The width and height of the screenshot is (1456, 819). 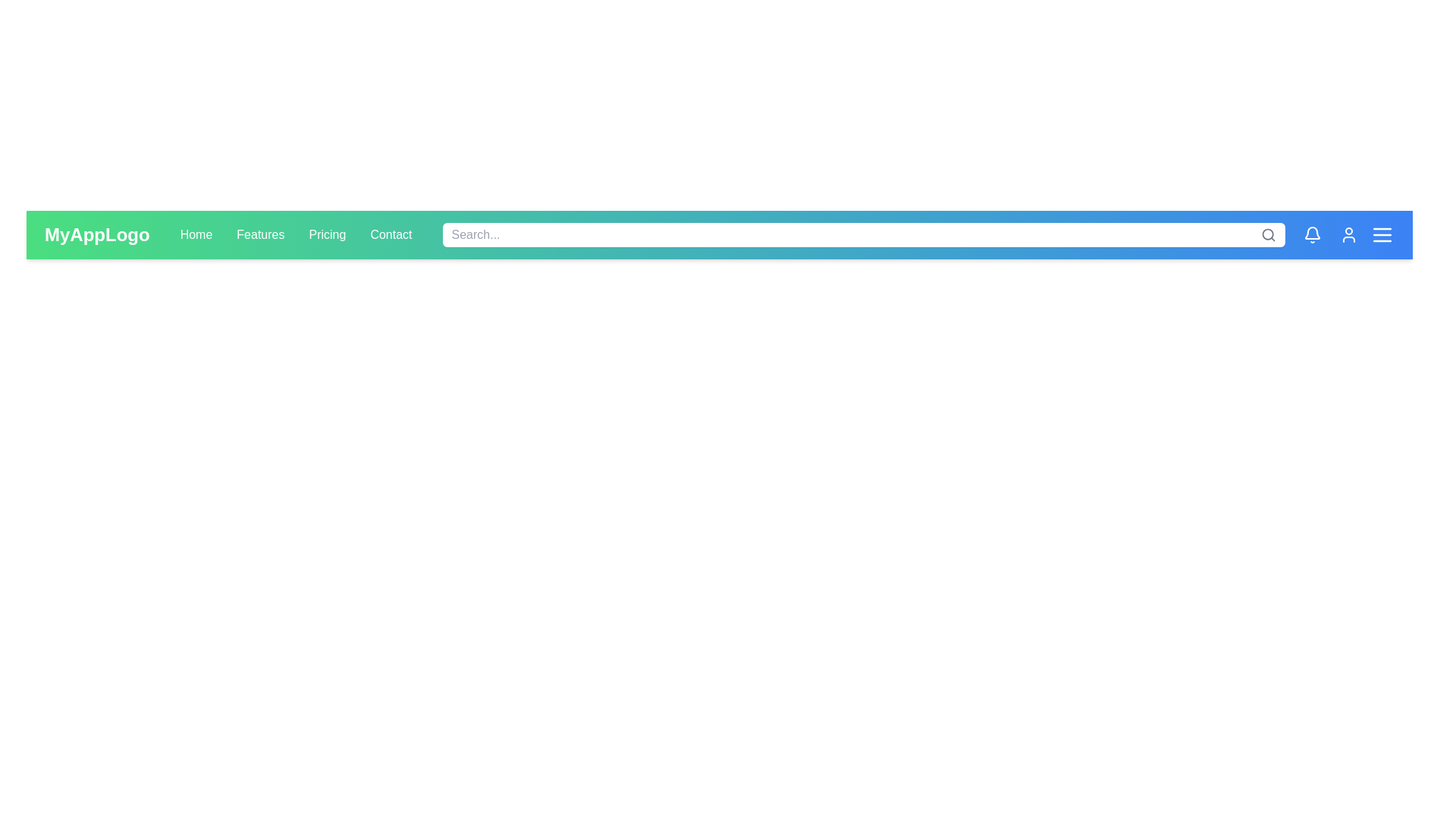 I want to click on the user profile icon, which is a circular outline head and shoulders illustration, located on the far right of the horizontal navigation bar, so click(x=1349, y=234).